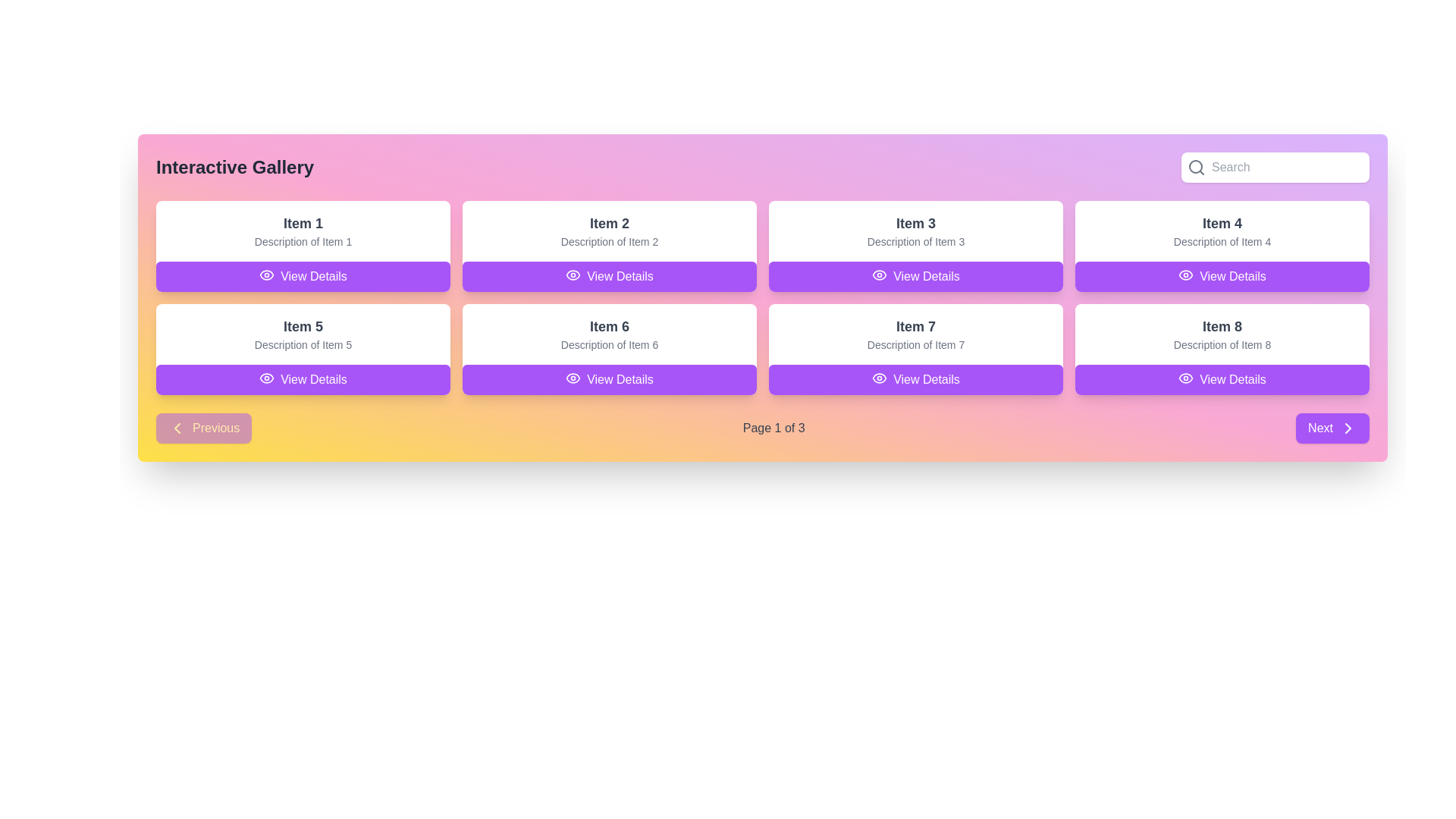 The height and width of the screenshot is (819, 1456). What do you see at coordinates (1348, 428) in the screenshot?
I see `the icon or SVG graphic that signifies direction, located to the right of the 'Next' button at the bottom right corner of the page` at bounding box center [1348, 428].